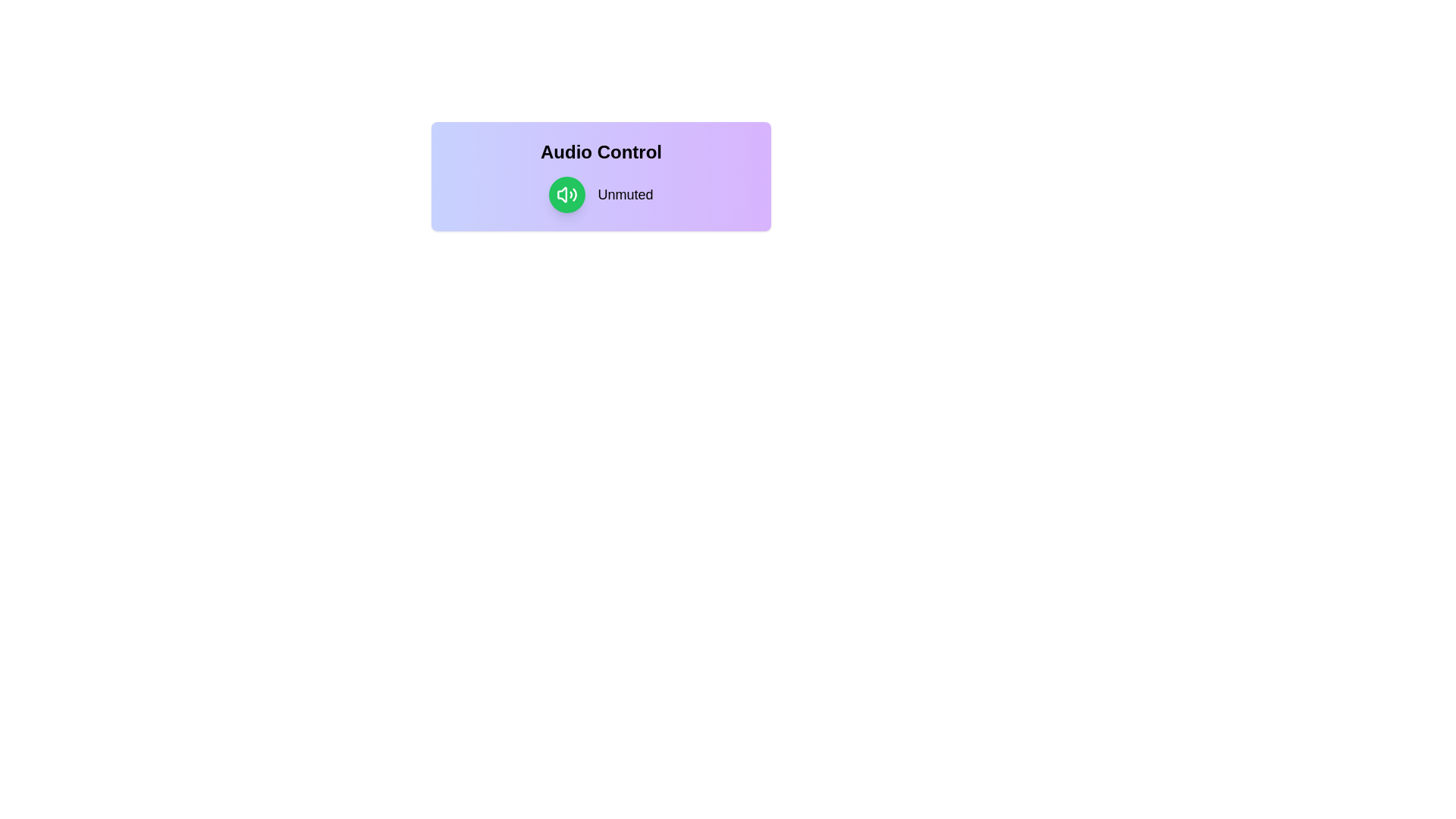 This screenshot has width=1456, height=819. I want to click on the volume toggle button to switch between muted and unmuted states, so click(566, 194).